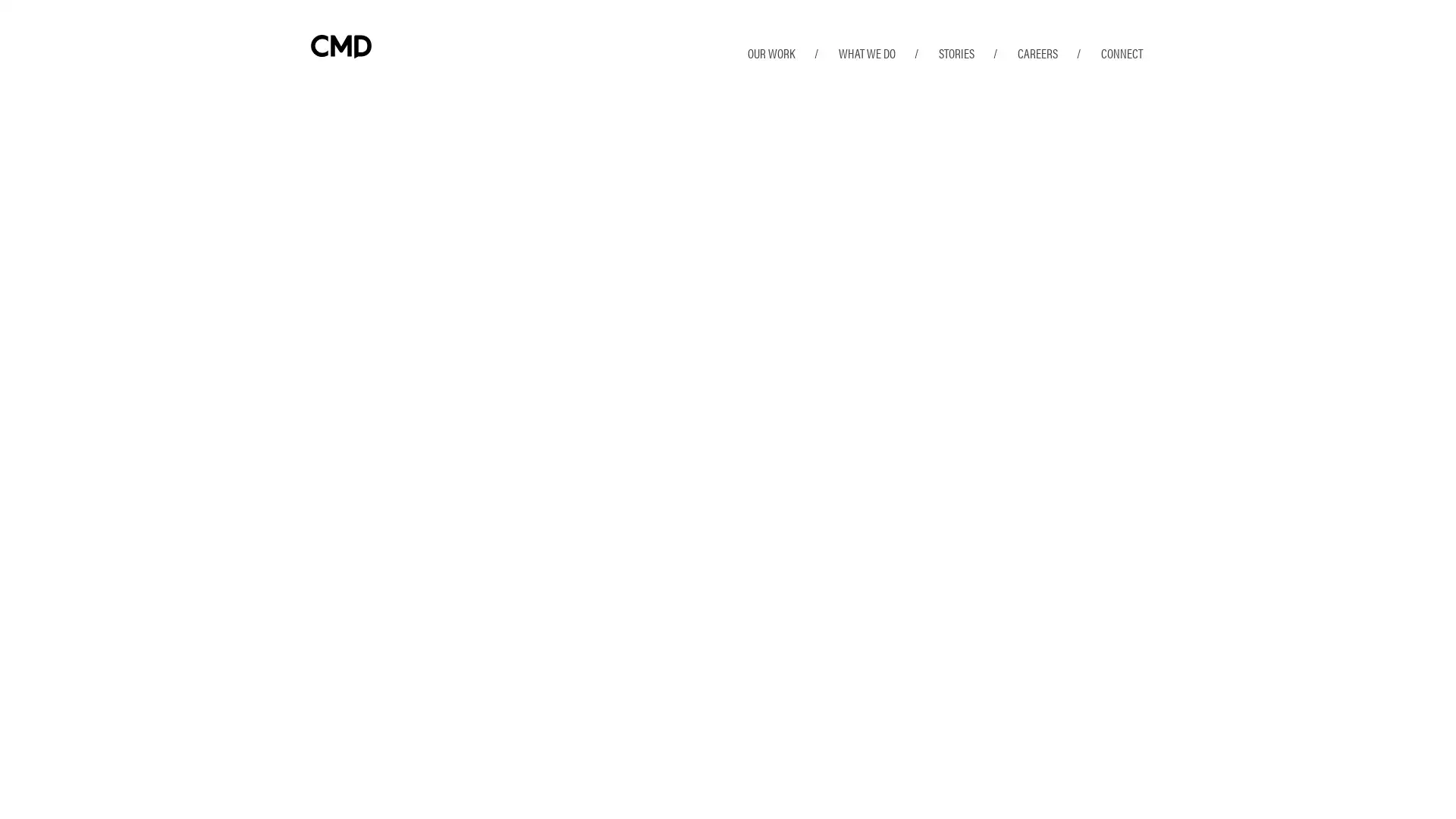 The height and width of the screenshot is (819, 1456). Describe the element at coordinates (385, 595) in the screenshot. I see `Watch our reel` at that location.